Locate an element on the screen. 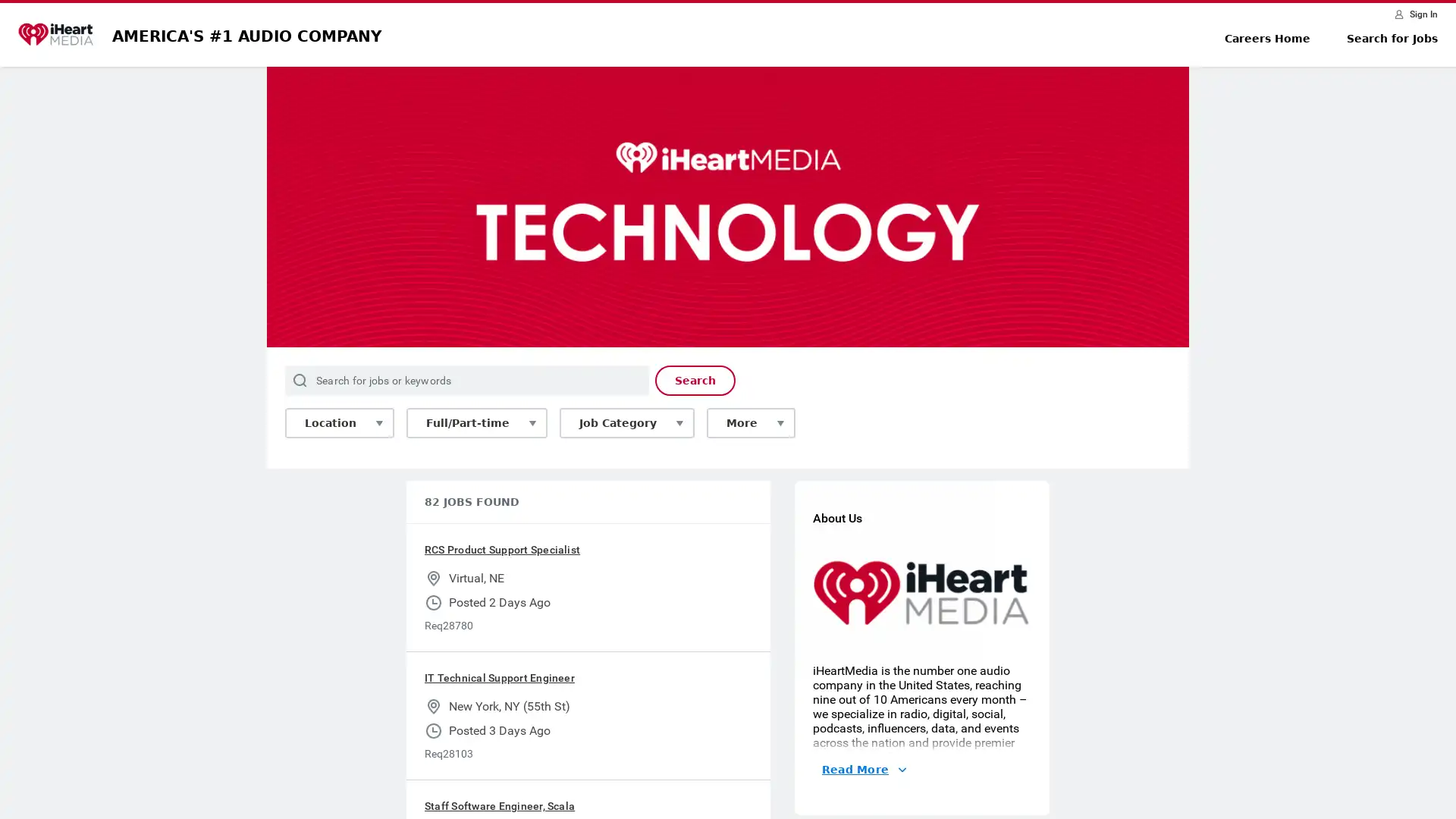 This screenshot has width=1456, height=819. Search is located at coordinates (691, 379).